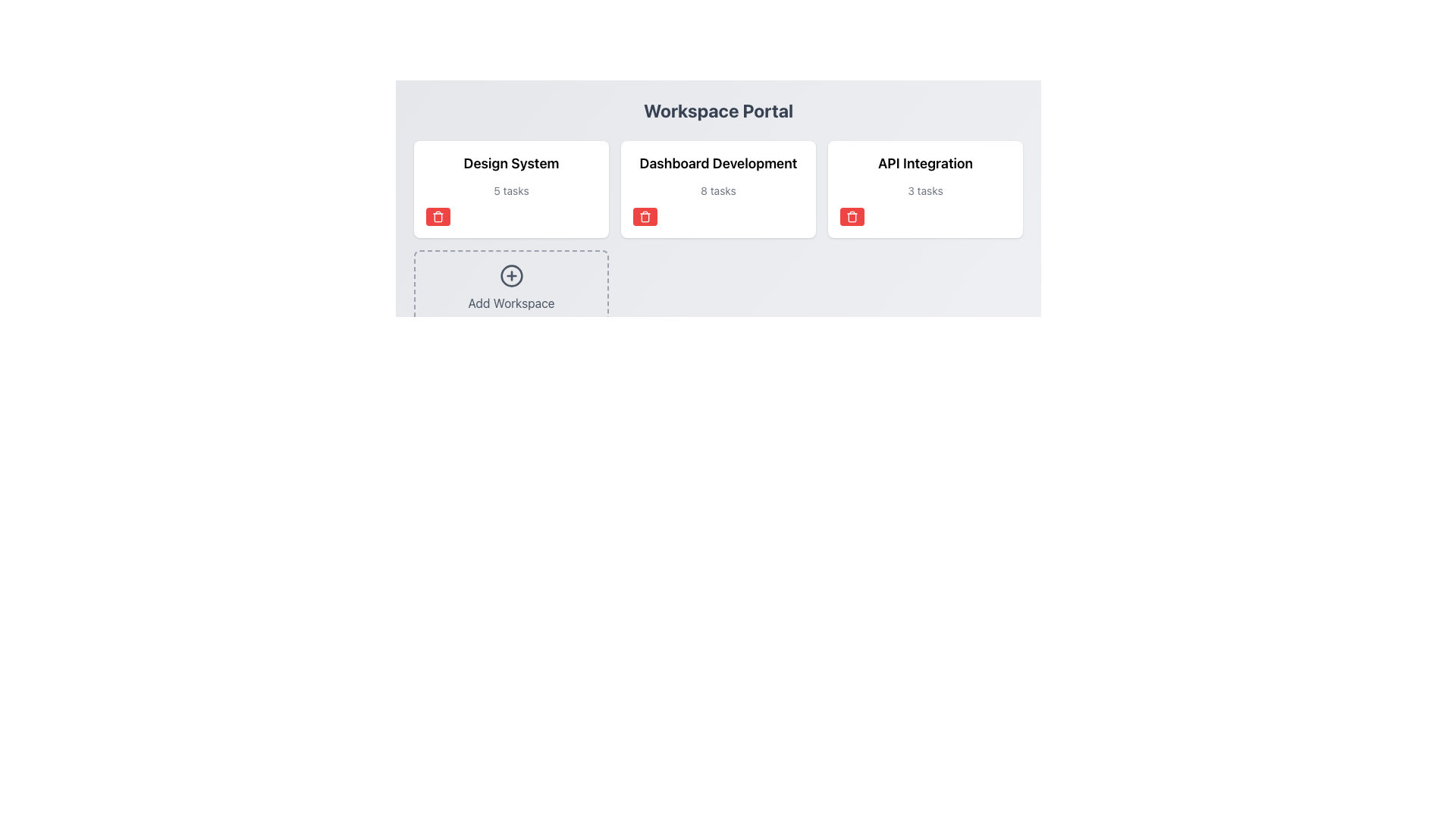 The width and height of the screenshot is (1456, 819). I want to click on the red rectangular delete button with a white trash can icon located in the 'API Integration' section, so click(852, 216).